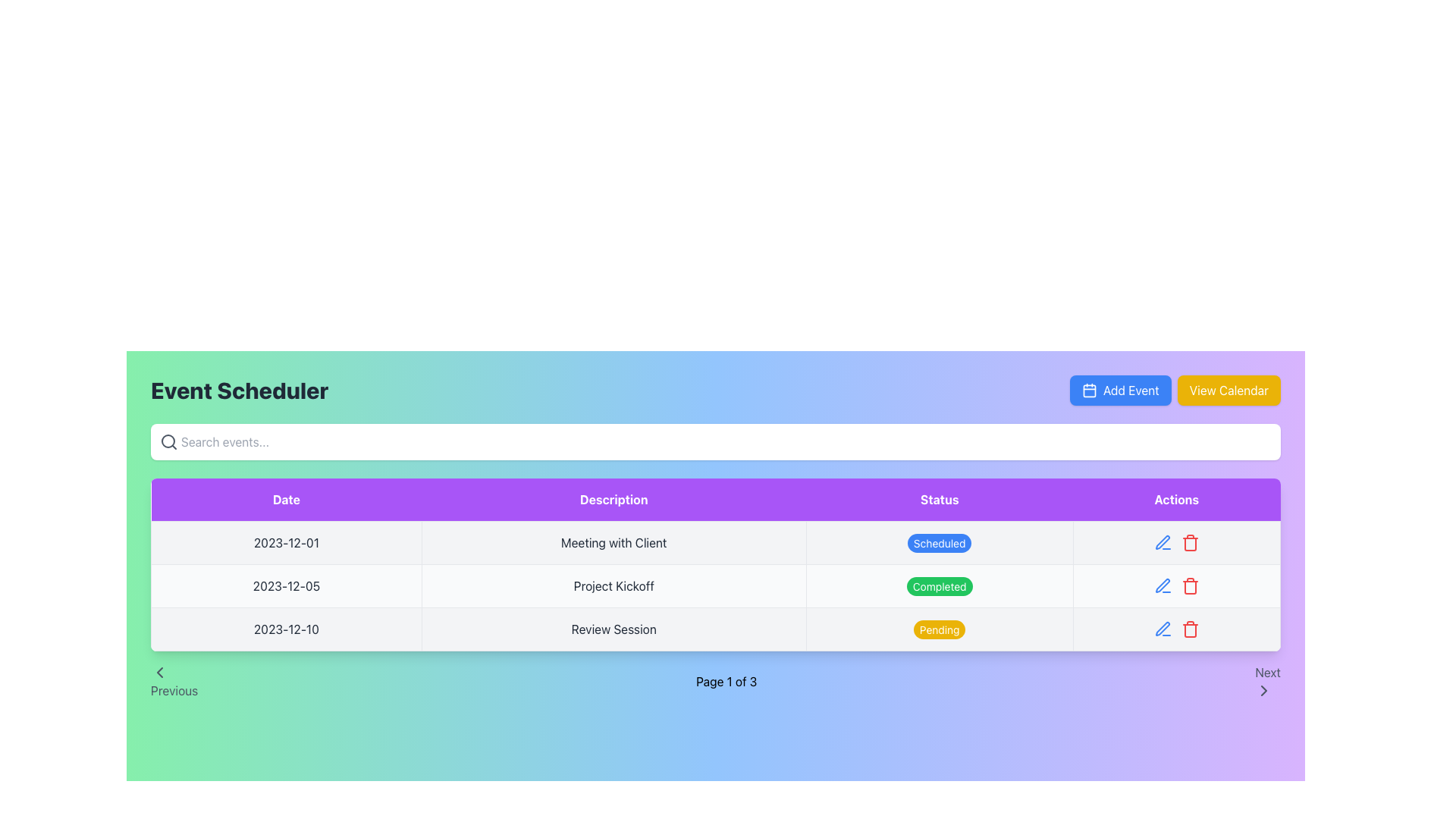 The image size is (1456, 819). Describe the element at coordinates (1162, 585) in the screenshot. I see `the edit icon button in the 'Actions' column of the second row for the 'Project Kickoff' entry to change its color` at that location.